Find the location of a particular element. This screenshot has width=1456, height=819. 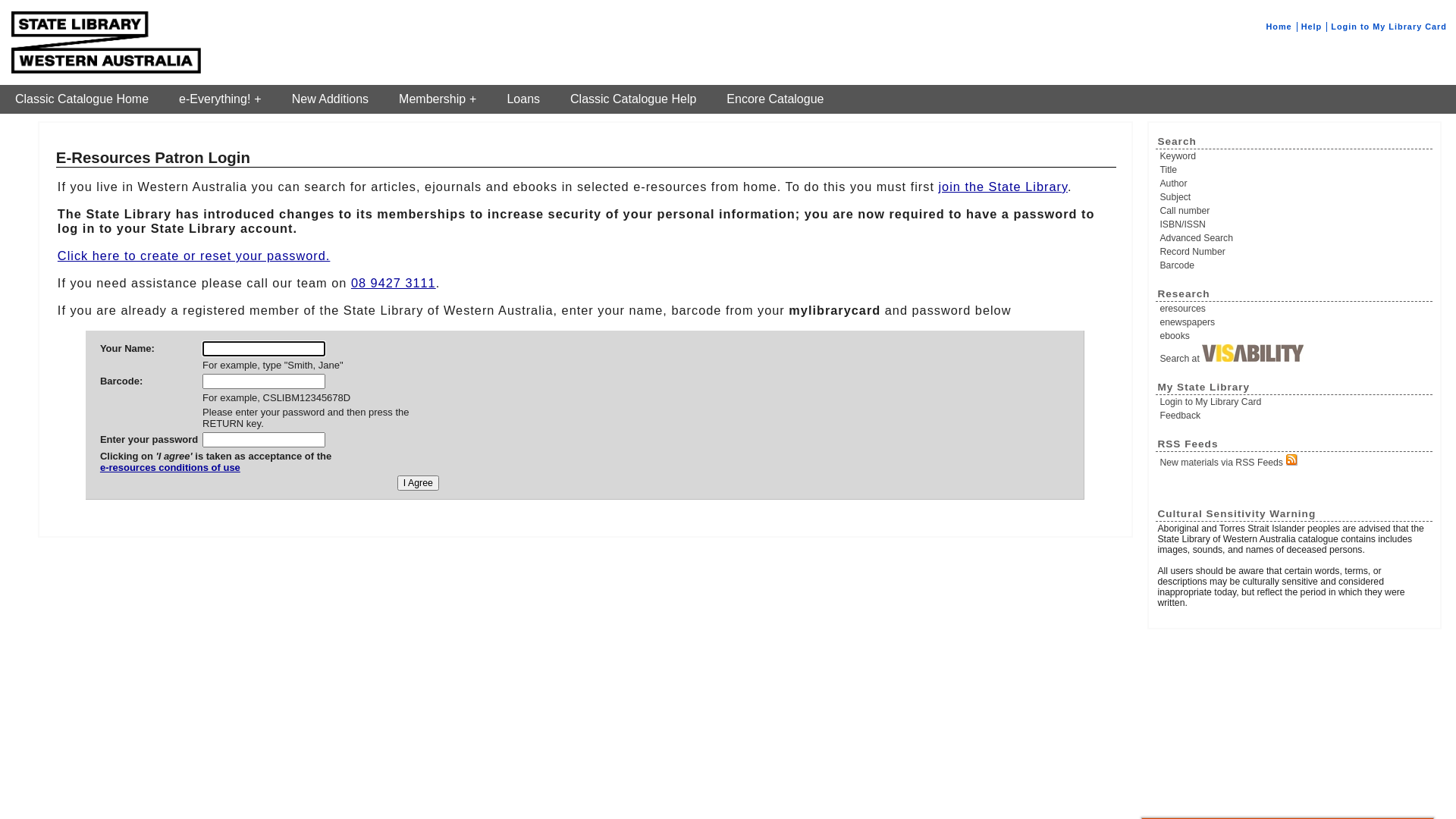

'New Additions' is located at coordinates (276, 99).